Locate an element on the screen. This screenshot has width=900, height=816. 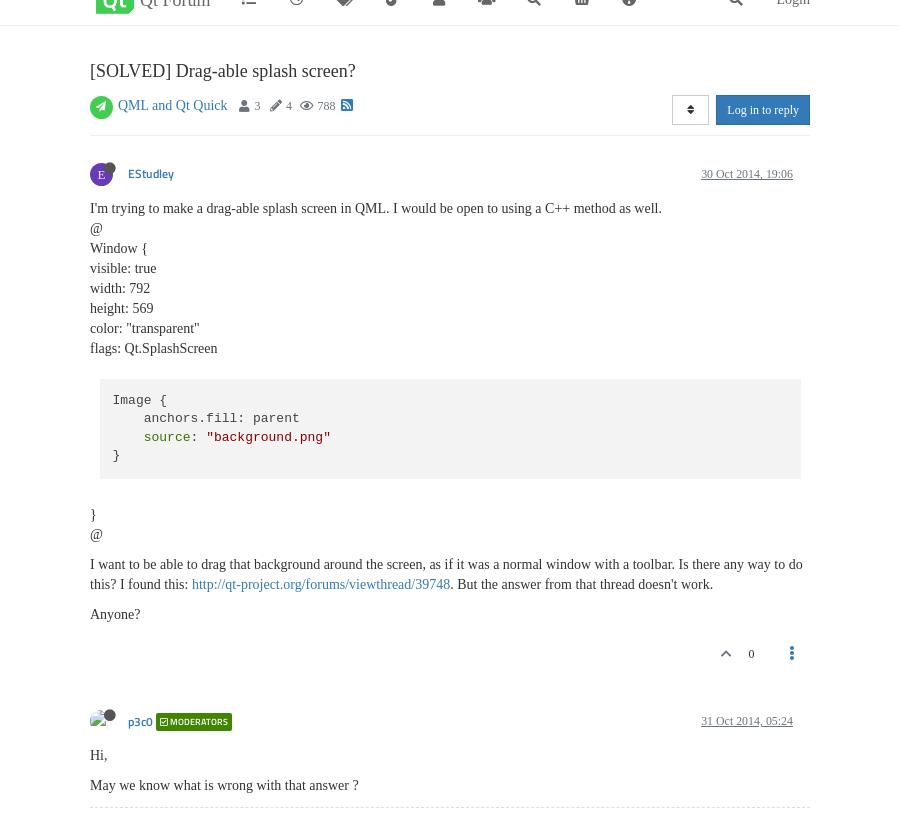
'Moderators' is located at coordinates (198, 721).